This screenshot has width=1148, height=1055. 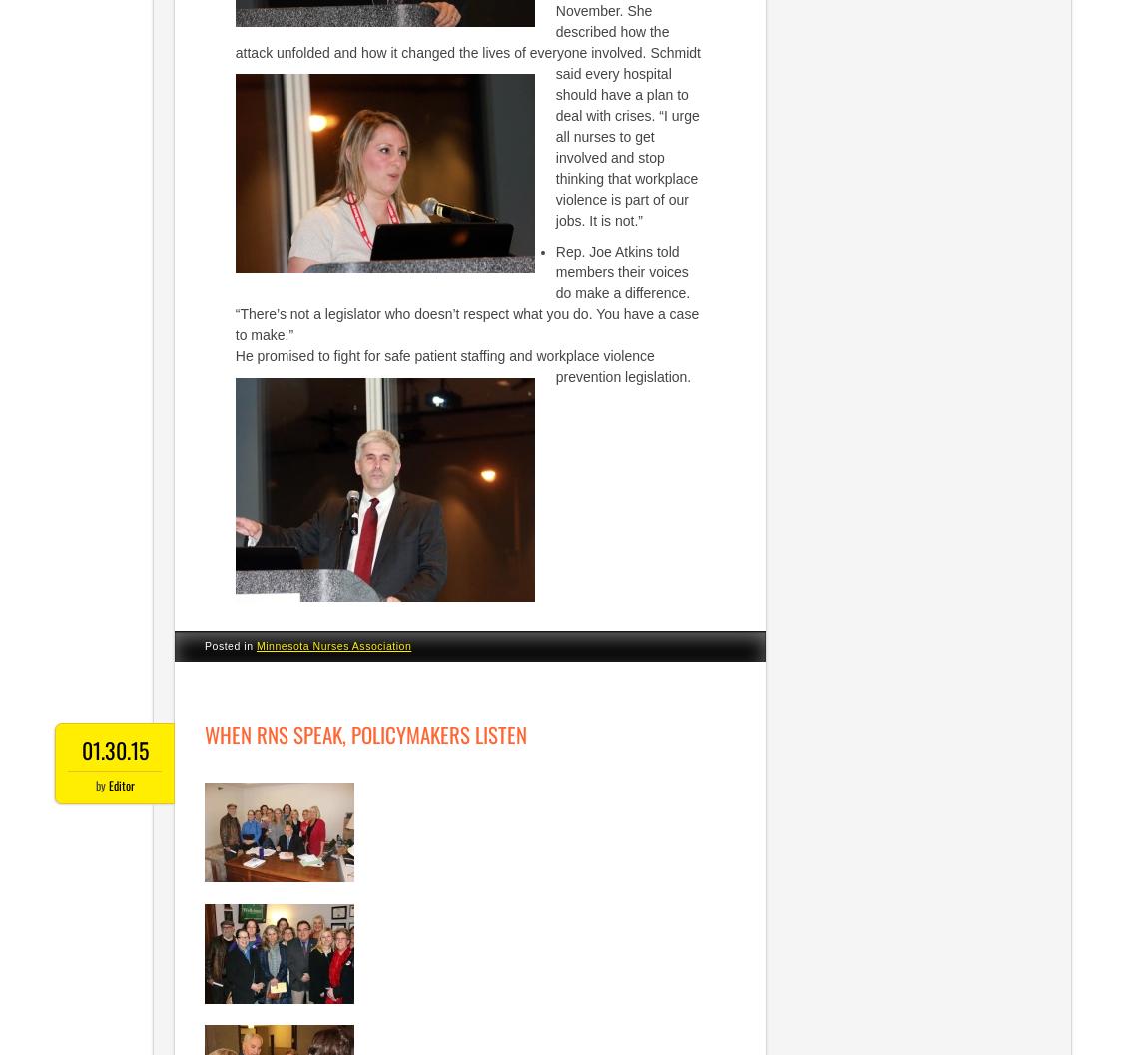 I want to click on 'He promised to fight for safe patient', so click(x=345, y=355).